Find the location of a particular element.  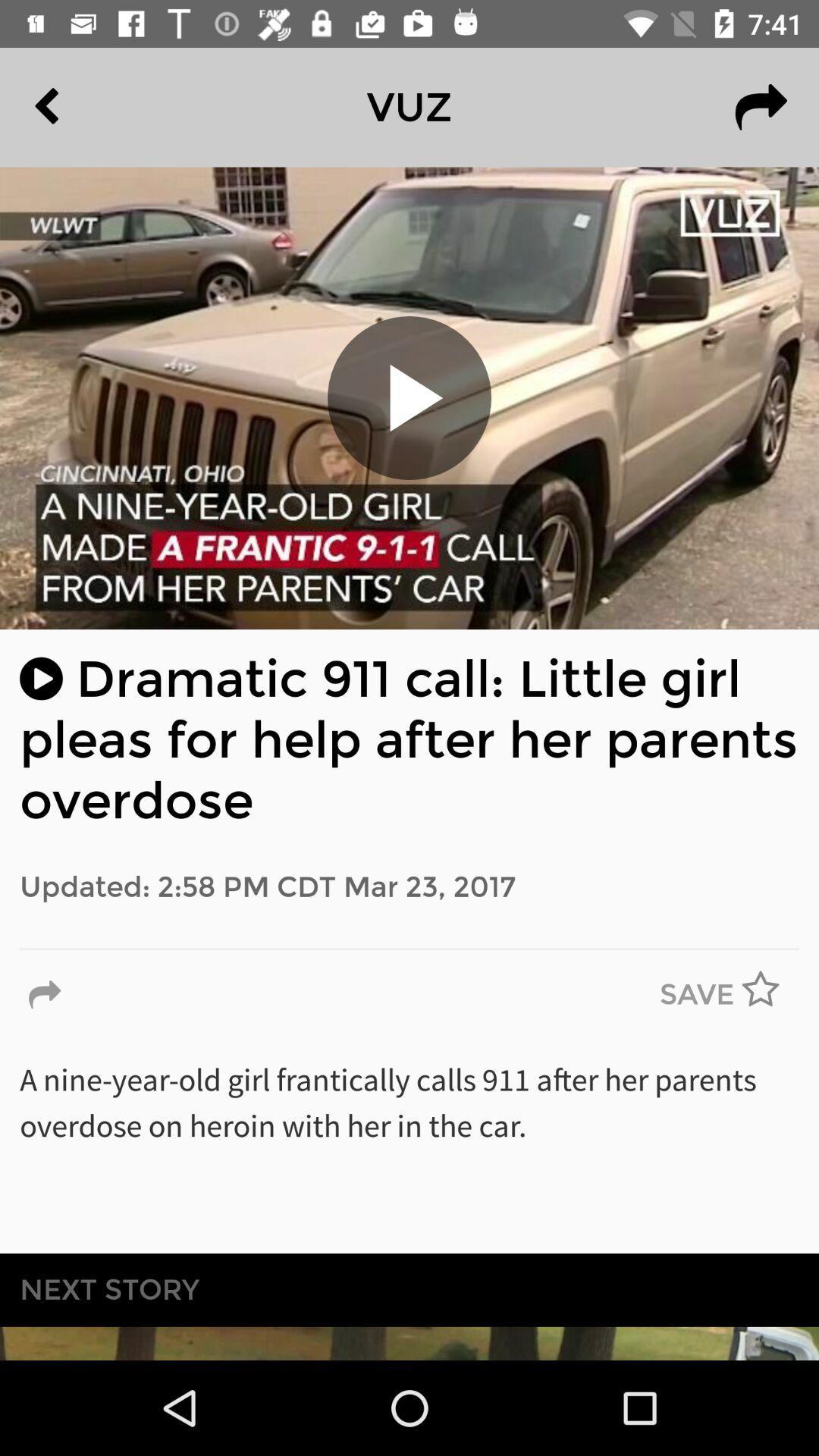

the a nine year is located at coordinates (409, 1147).